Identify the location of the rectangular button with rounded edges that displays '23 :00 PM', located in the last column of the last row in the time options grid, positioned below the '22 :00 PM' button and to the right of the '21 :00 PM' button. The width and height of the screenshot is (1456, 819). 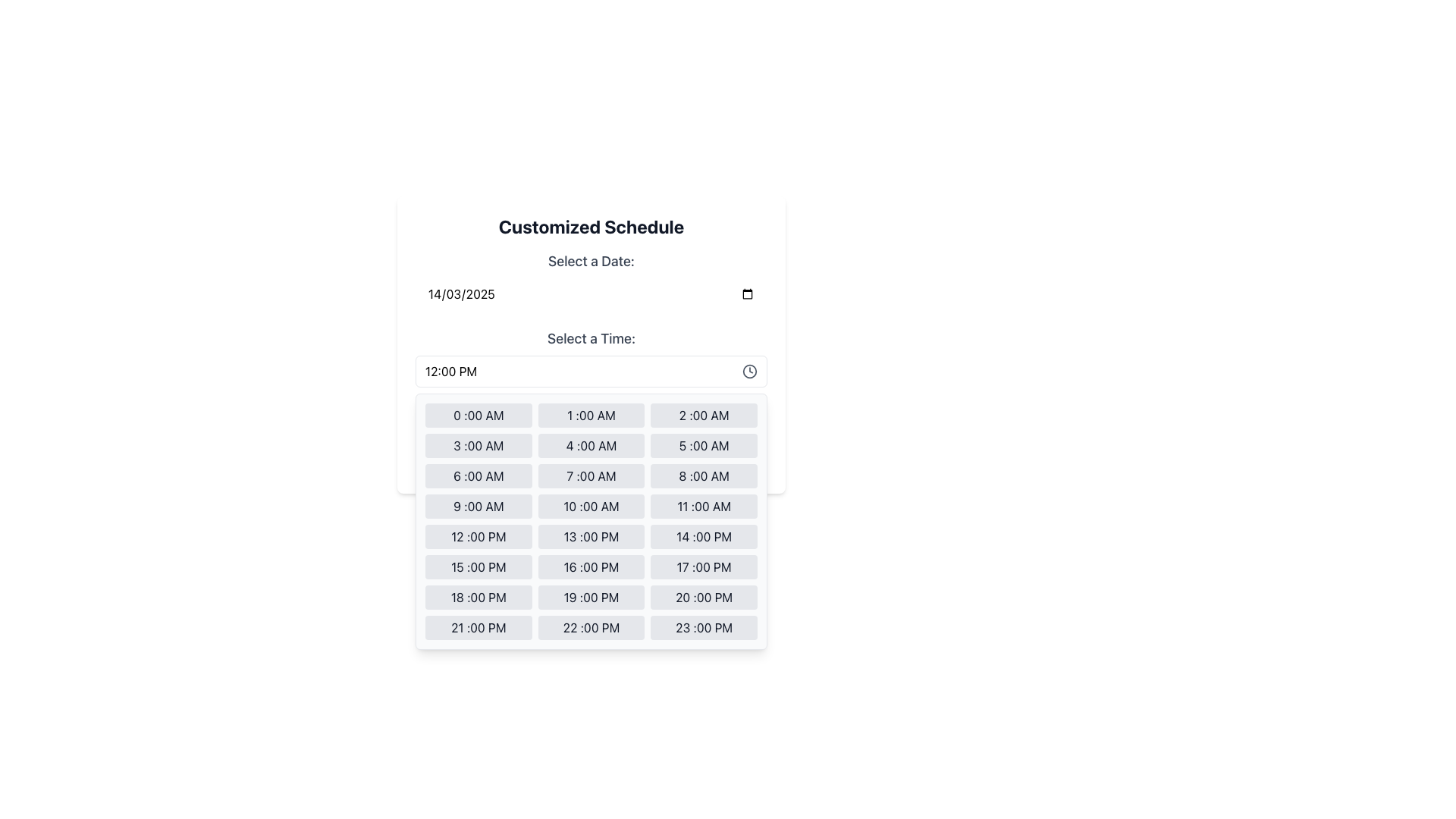
(703, 628).